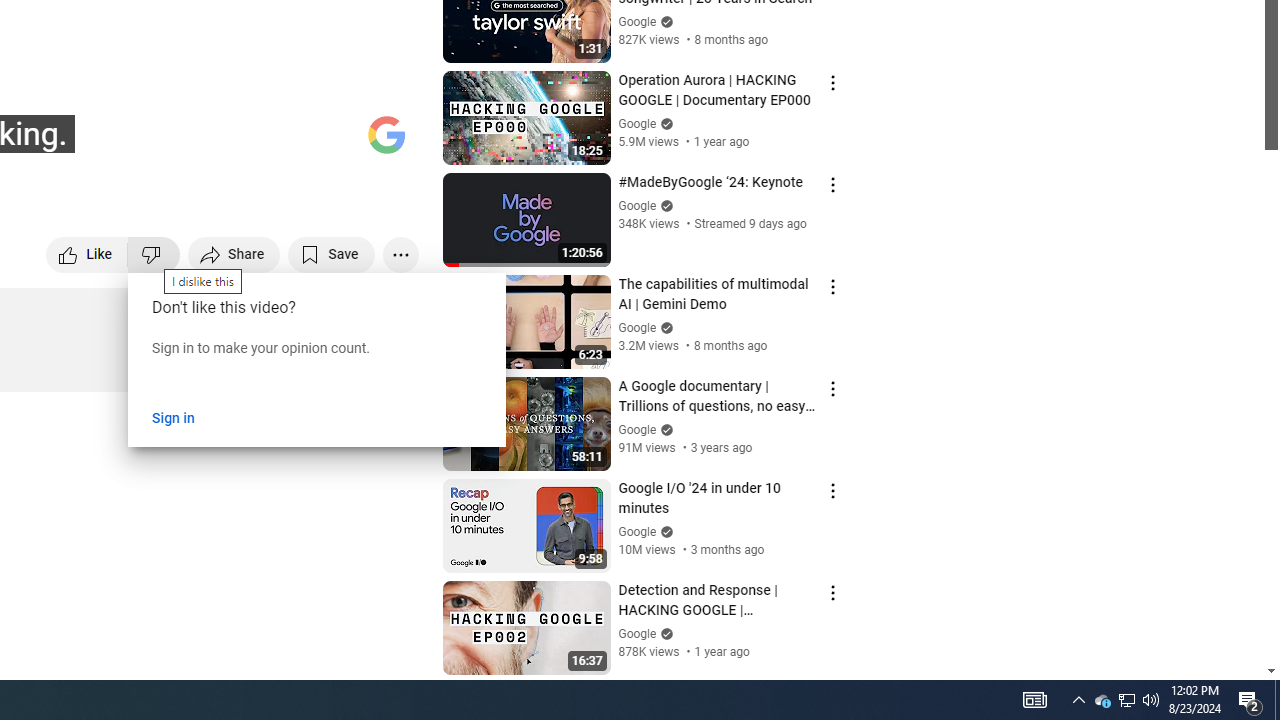 The image size is (1280, 720). I want to click on 'Channel watermark', so click(386, 135).